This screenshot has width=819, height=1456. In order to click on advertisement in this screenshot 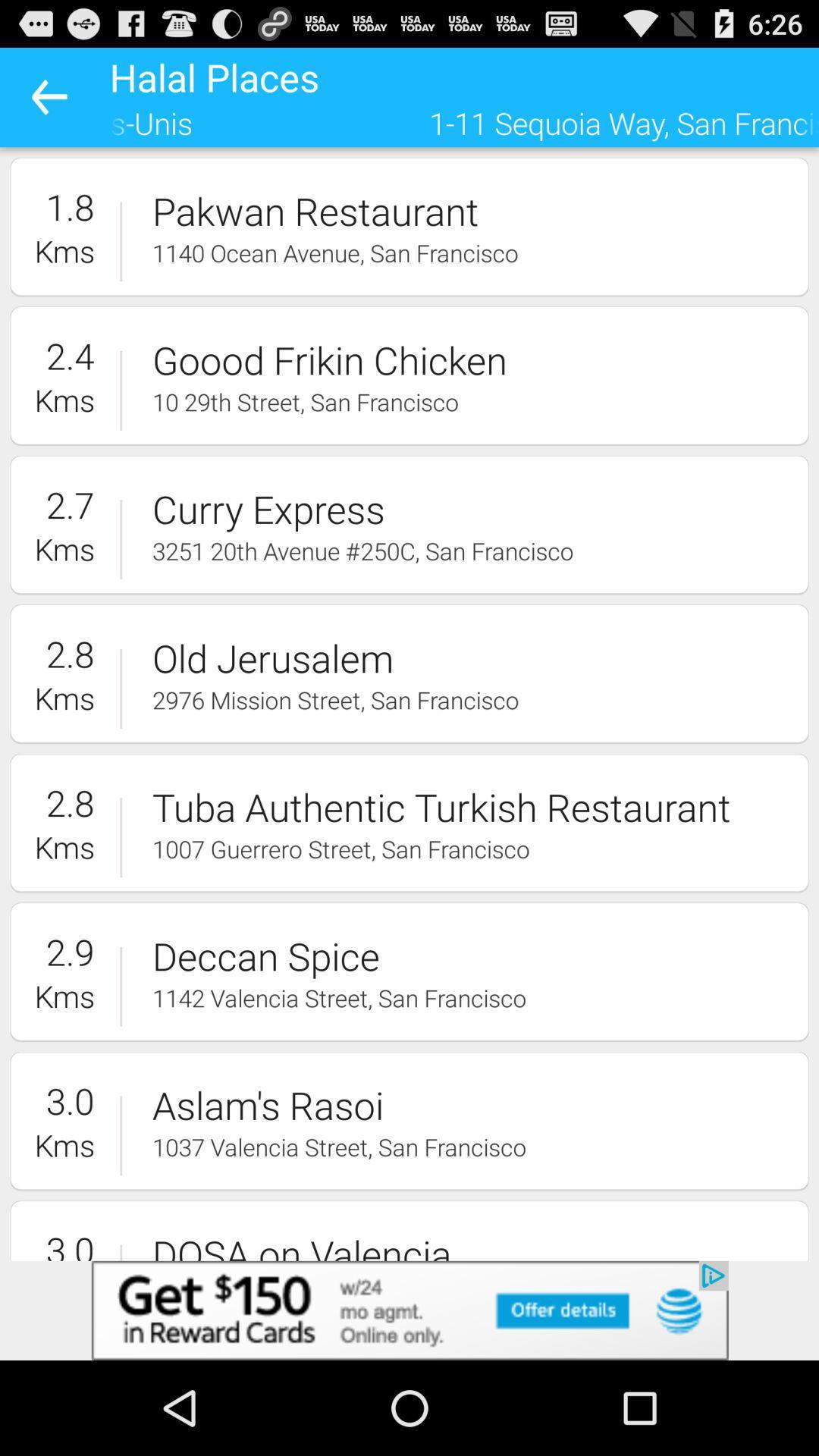, I will do `click(409, 1310)`.